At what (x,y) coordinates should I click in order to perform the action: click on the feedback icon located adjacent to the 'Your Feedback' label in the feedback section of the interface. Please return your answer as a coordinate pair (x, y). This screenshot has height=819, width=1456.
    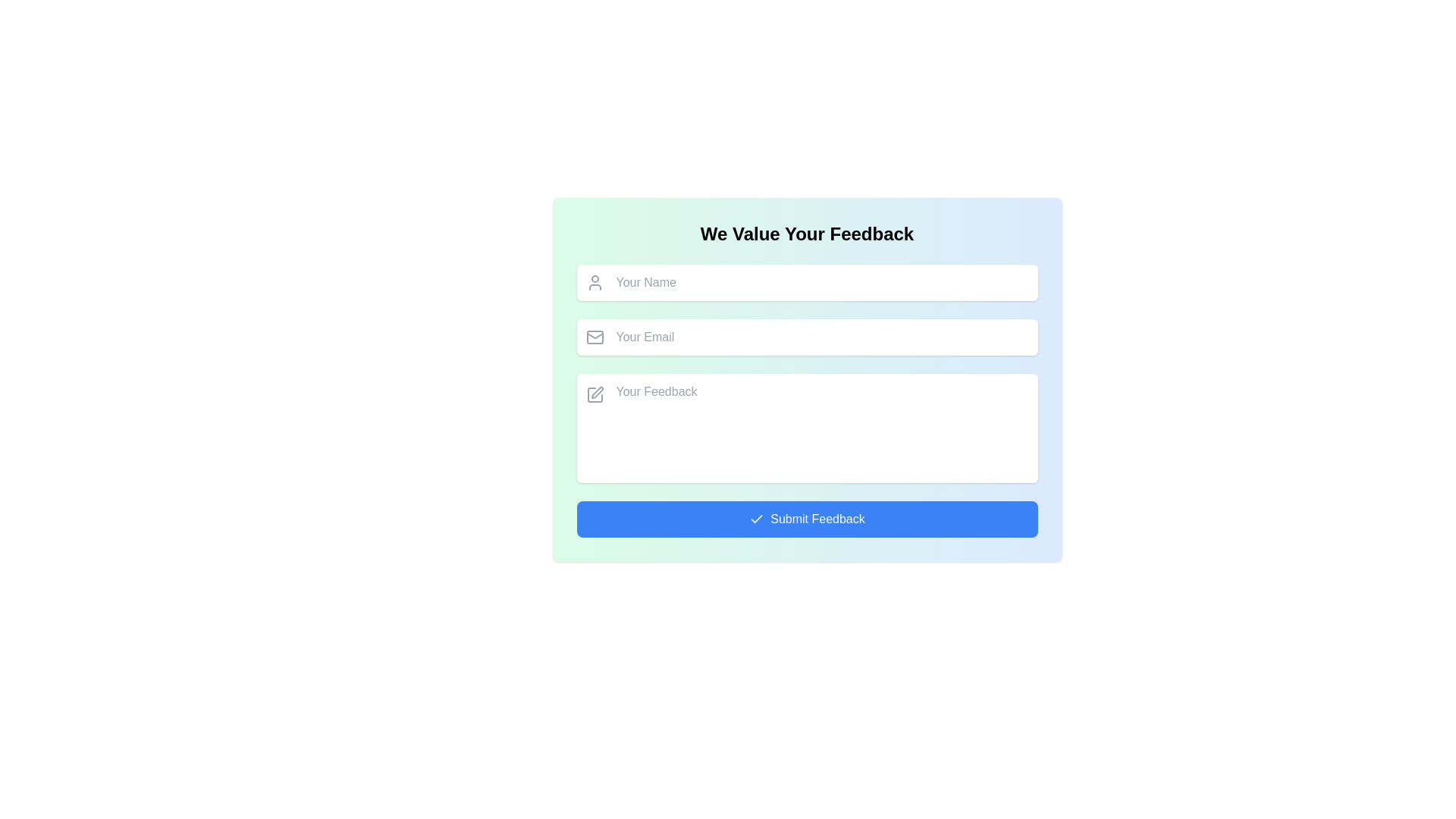
    Looking at the image, I should click on (594, 394).